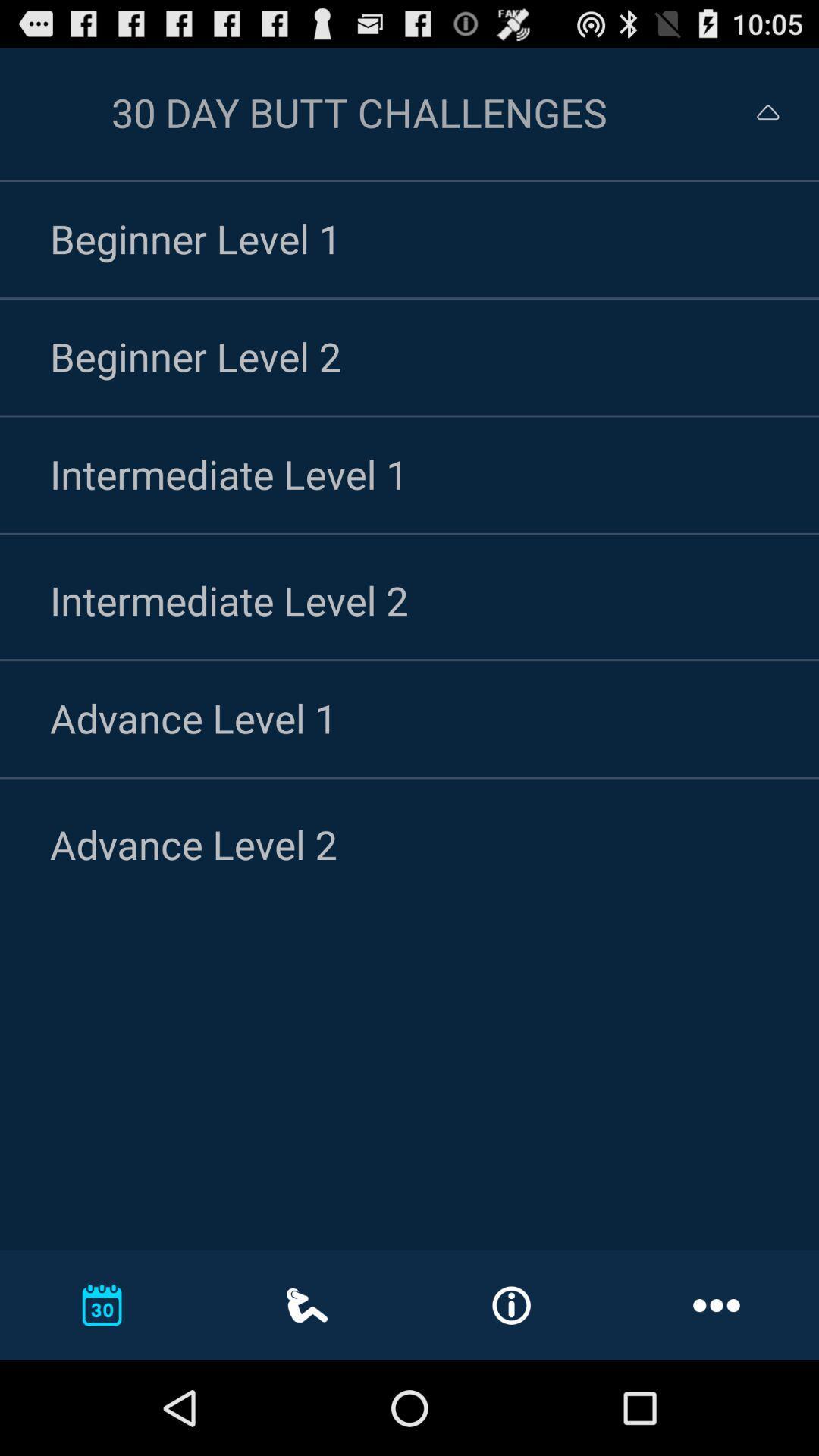  I want to click on caret symbol which is on the right side of 30 day butt challenges, so click(768, 111).